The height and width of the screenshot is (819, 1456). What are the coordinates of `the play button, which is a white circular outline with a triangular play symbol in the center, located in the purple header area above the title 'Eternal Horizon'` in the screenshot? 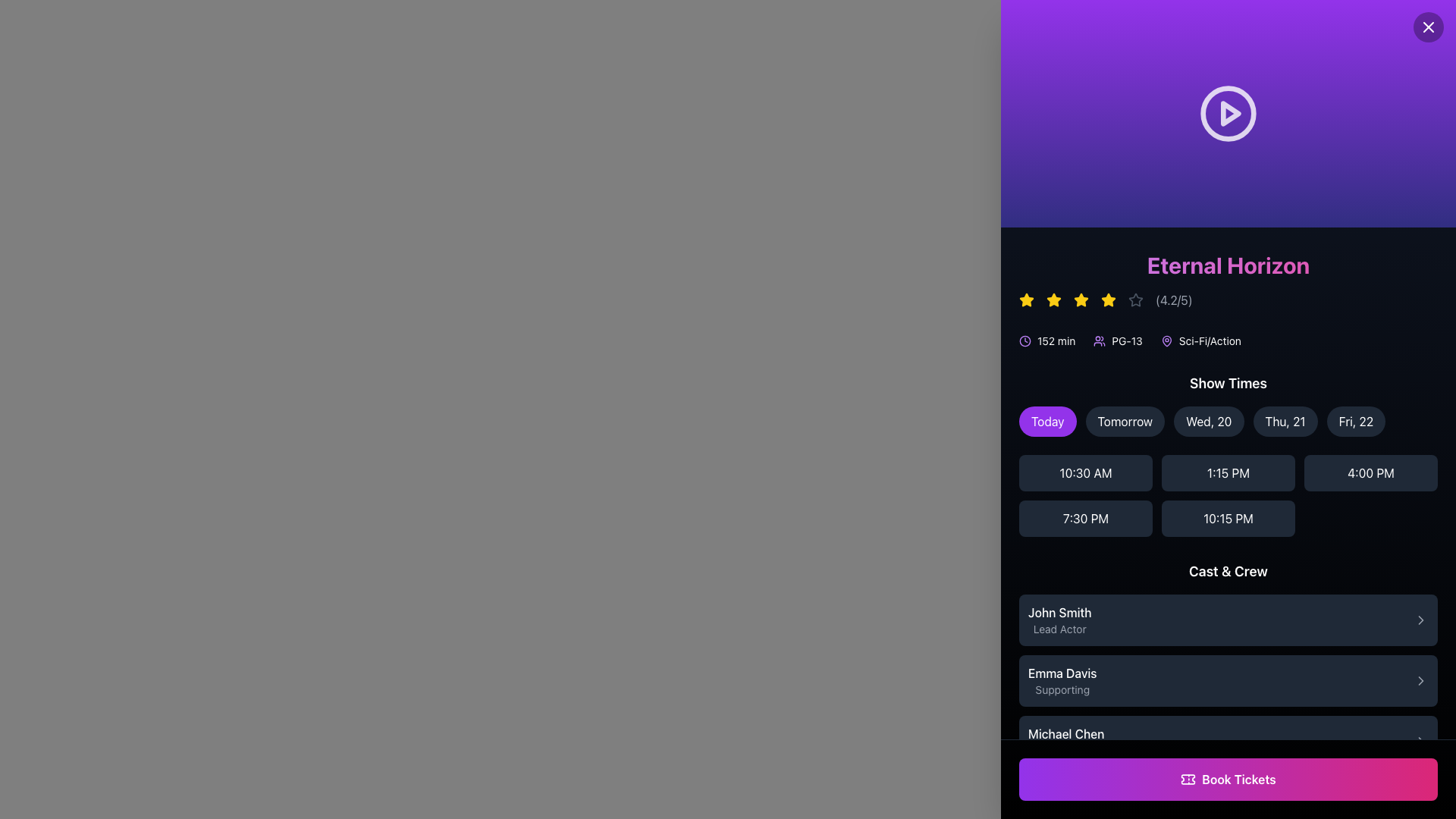 It's located at (1228, 113).